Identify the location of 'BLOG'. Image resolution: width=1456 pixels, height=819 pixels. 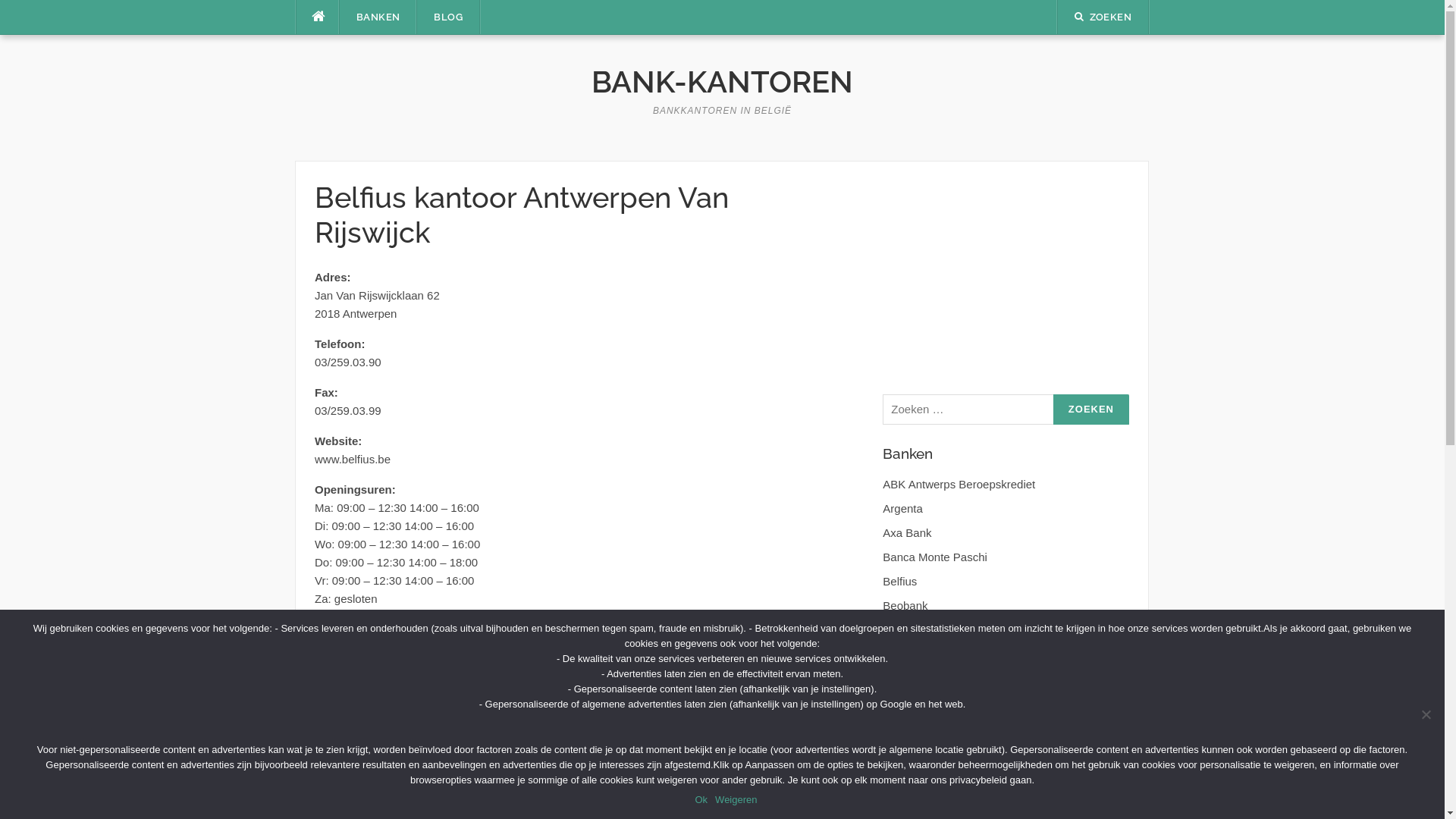
(447, 17).